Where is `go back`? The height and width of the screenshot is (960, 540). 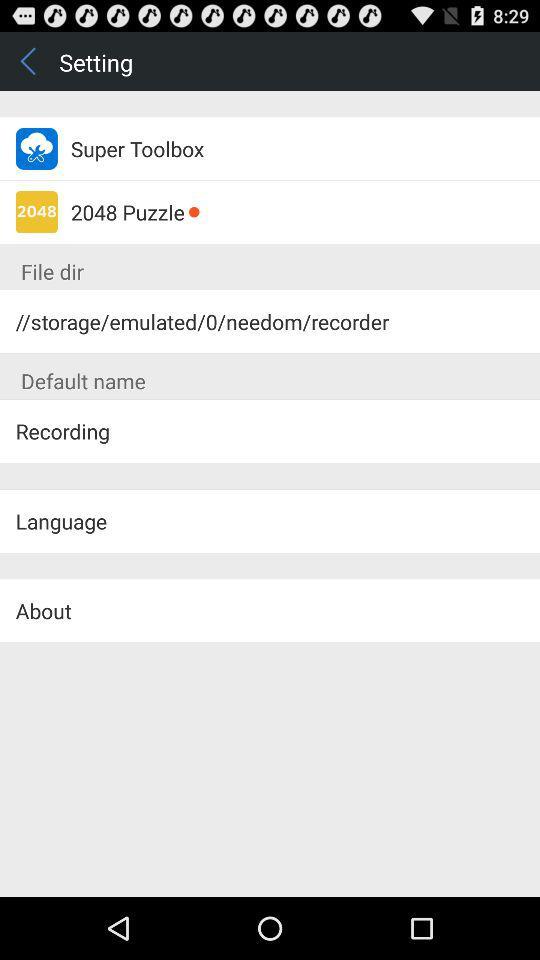
go back is located at coordinates (28, 61).